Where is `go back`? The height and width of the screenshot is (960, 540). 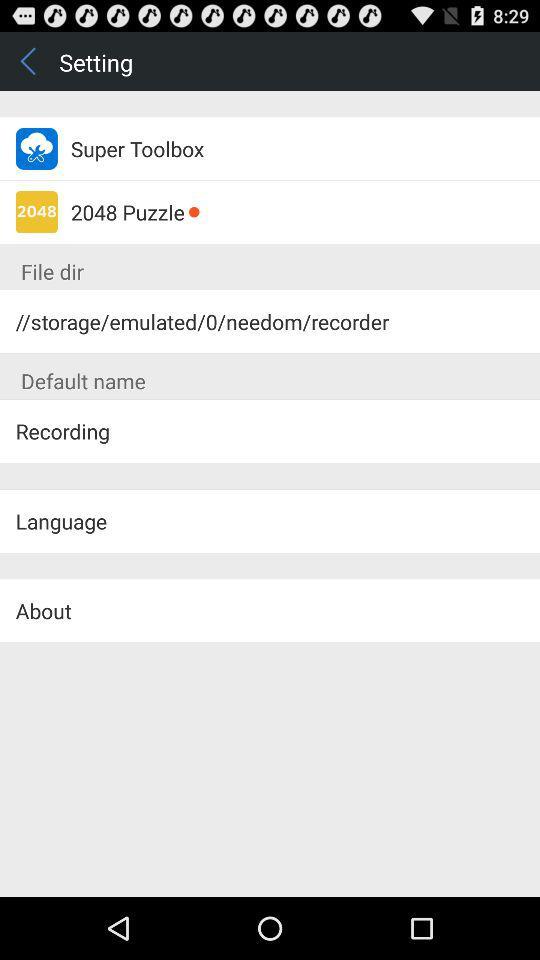
go back is located at coordinates (28, 61).